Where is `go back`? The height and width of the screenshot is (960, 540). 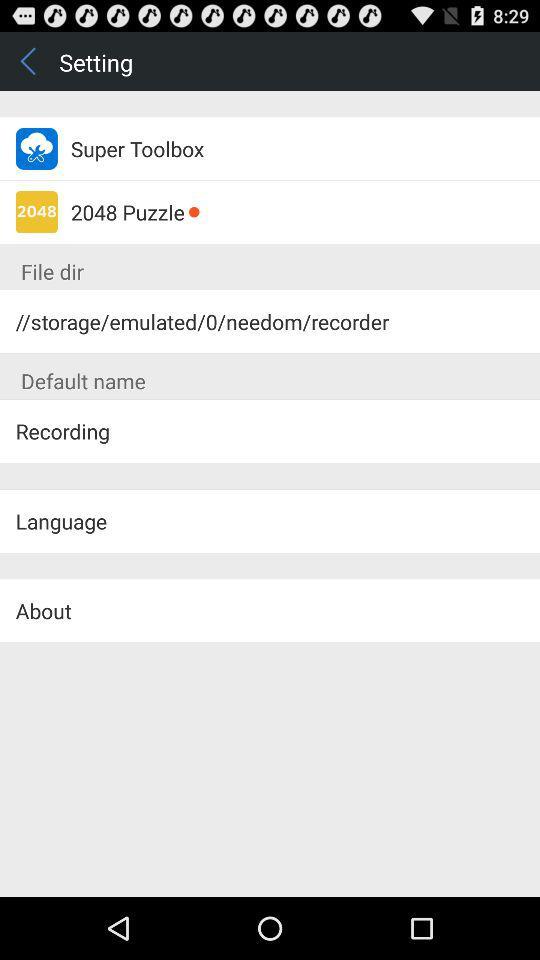
go back is located at coordinates (28, 61).